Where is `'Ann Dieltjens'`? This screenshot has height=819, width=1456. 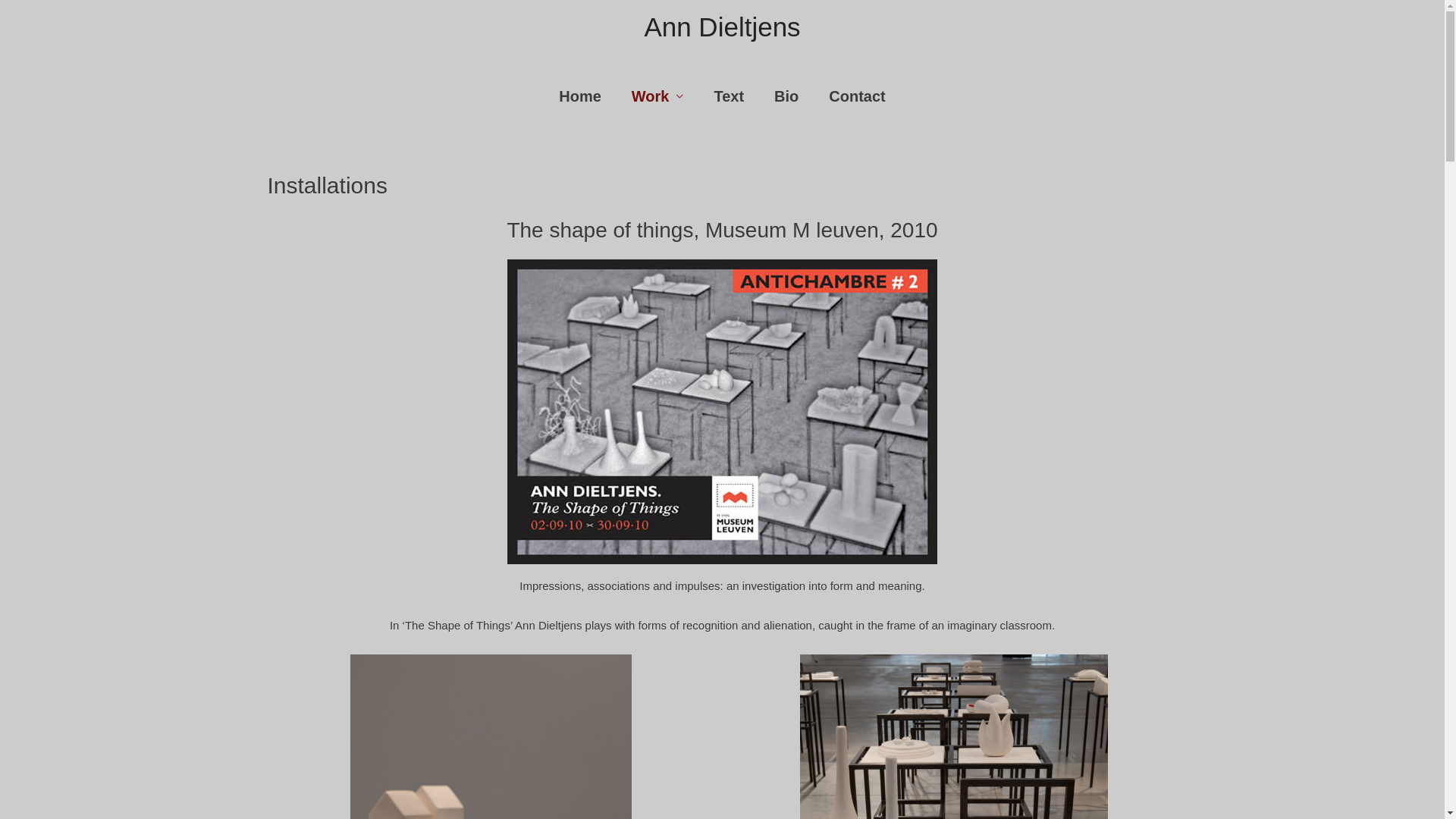
'Ann Dieltjens' is located at coordinates (720, 27).